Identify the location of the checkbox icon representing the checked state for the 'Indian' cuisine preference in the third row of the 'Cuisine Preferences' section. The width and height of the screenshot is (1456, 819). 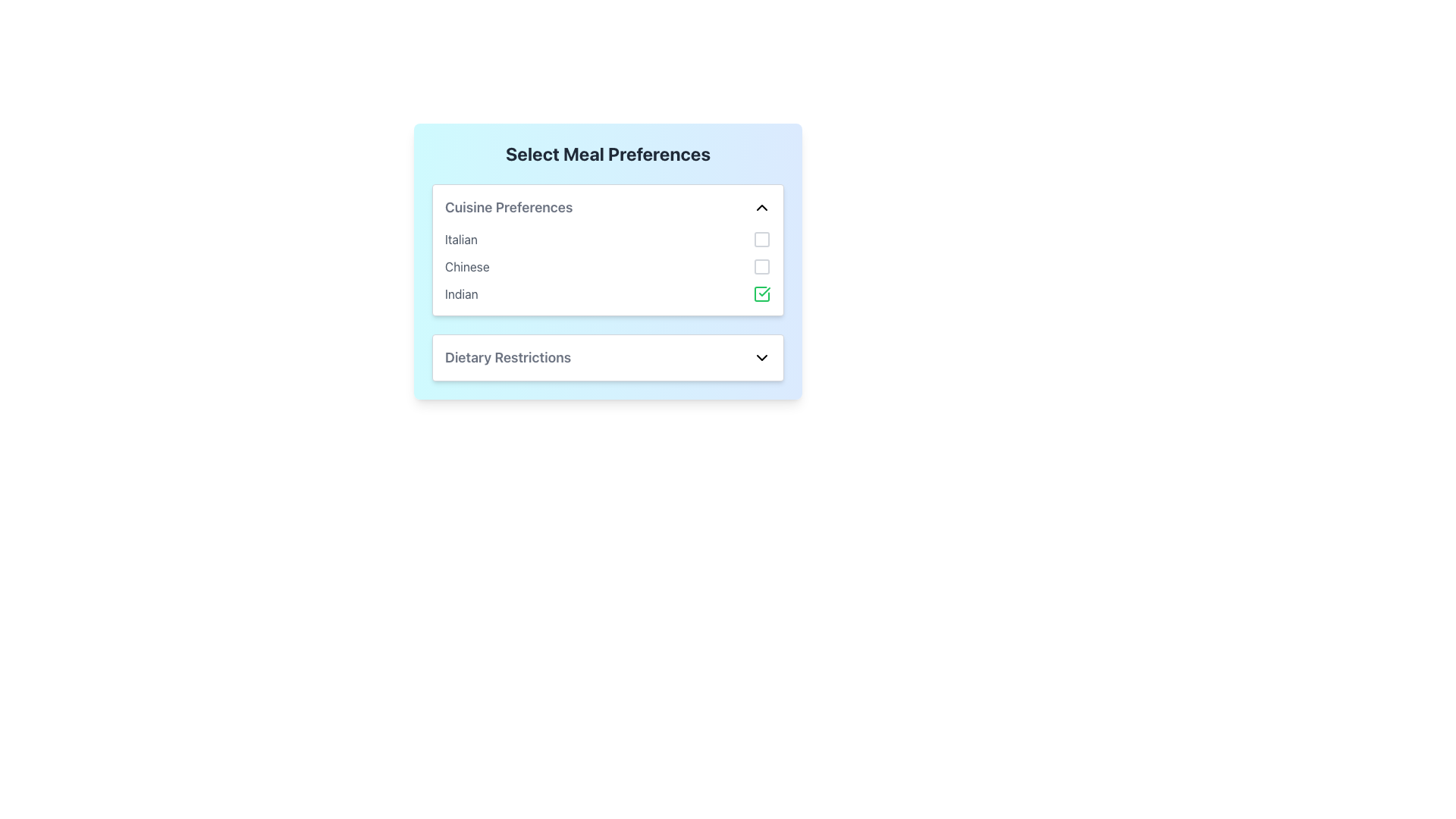
(761, 294).